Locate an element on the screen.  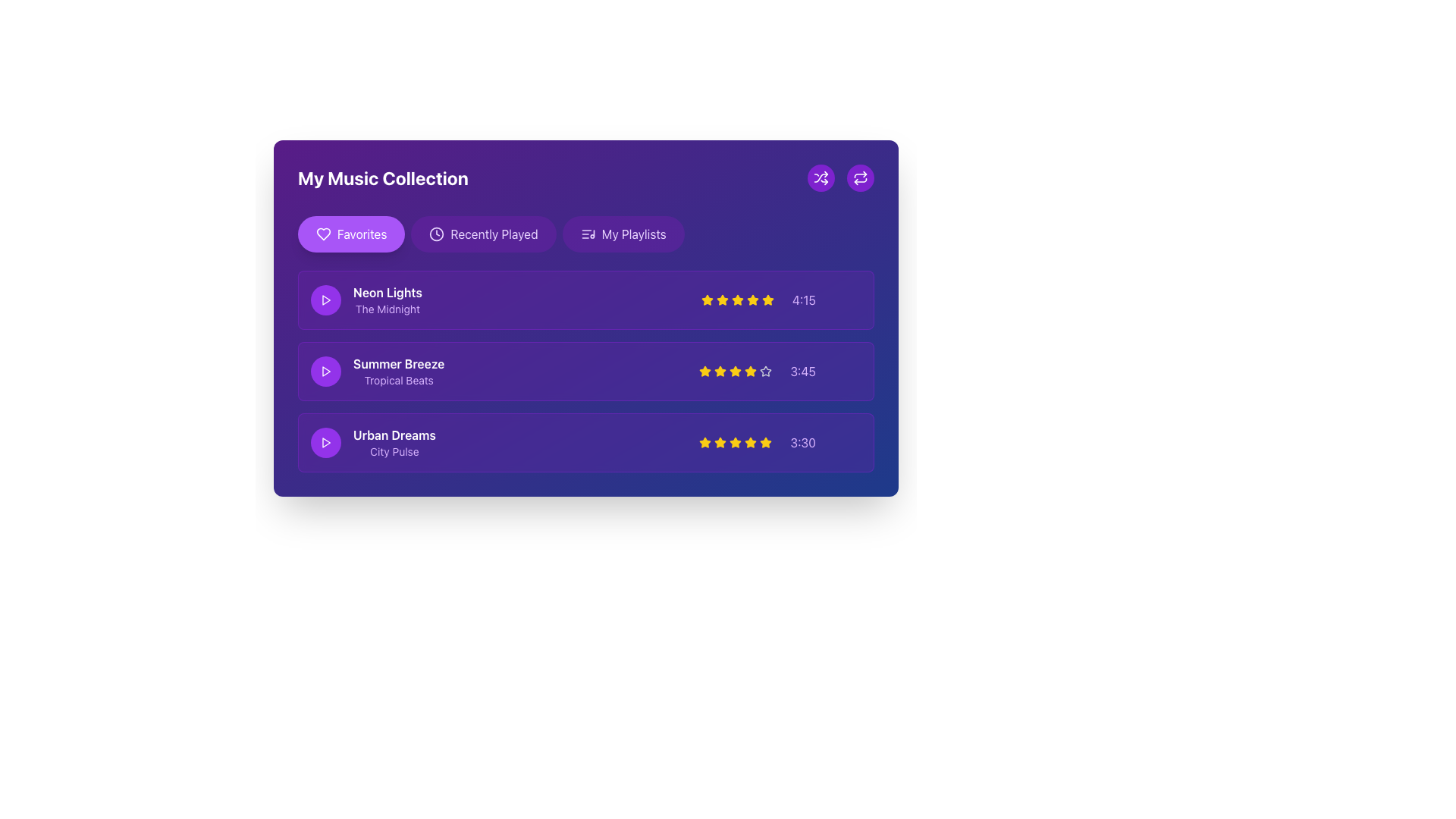
the second yellow five-pointed star icon in the rating system under the 'Favorites' tab in the 'My Music Collection' section to visualize interaction potential is located at coordinates (737, 300).